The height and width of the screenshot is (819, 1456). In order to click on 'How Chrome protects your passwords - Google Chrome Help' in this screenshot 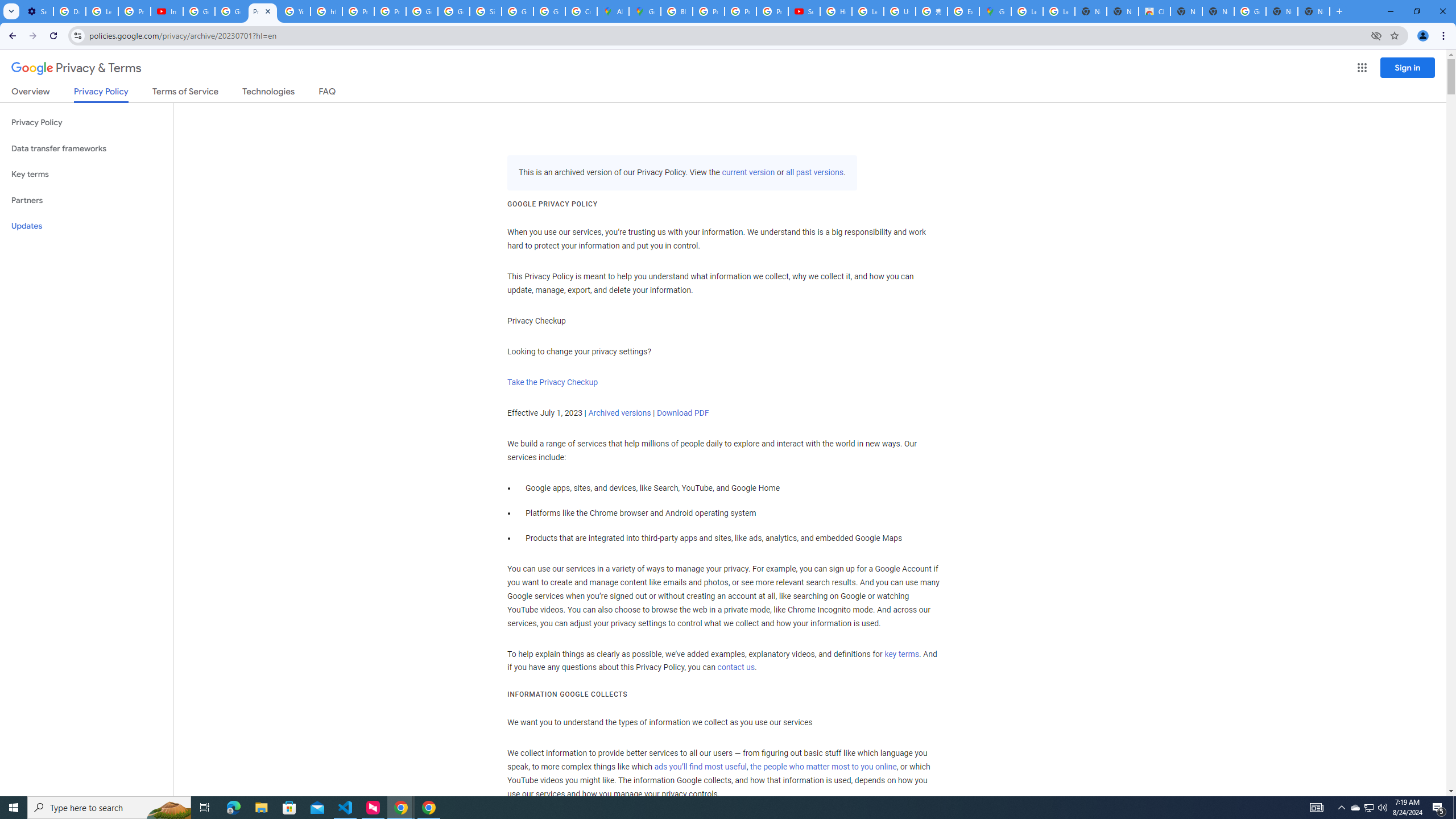, I will do `click(835, 11)`.